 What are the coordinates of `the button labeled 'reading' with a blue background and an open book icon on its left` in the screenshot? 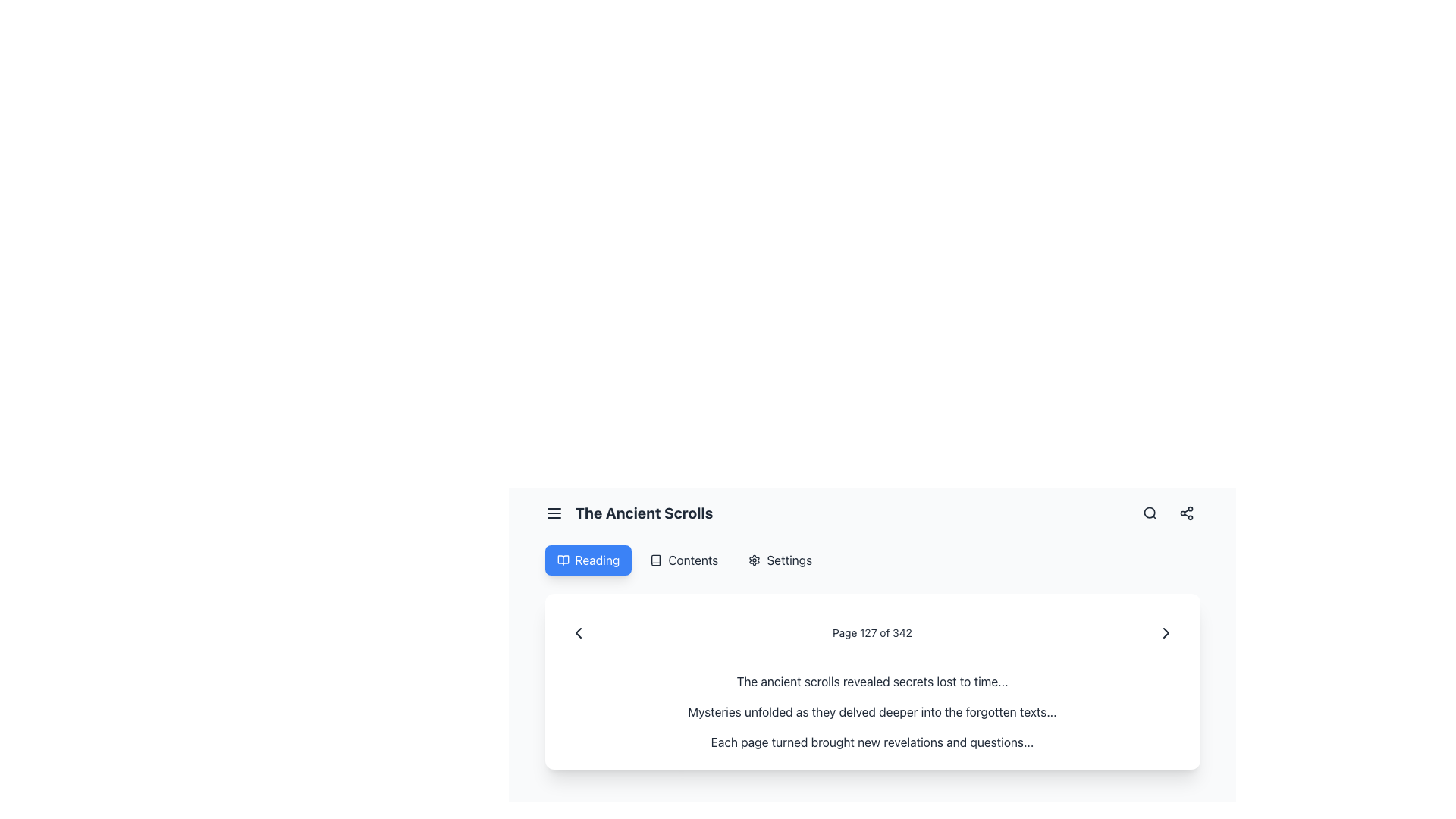 It's located at (587, 560).